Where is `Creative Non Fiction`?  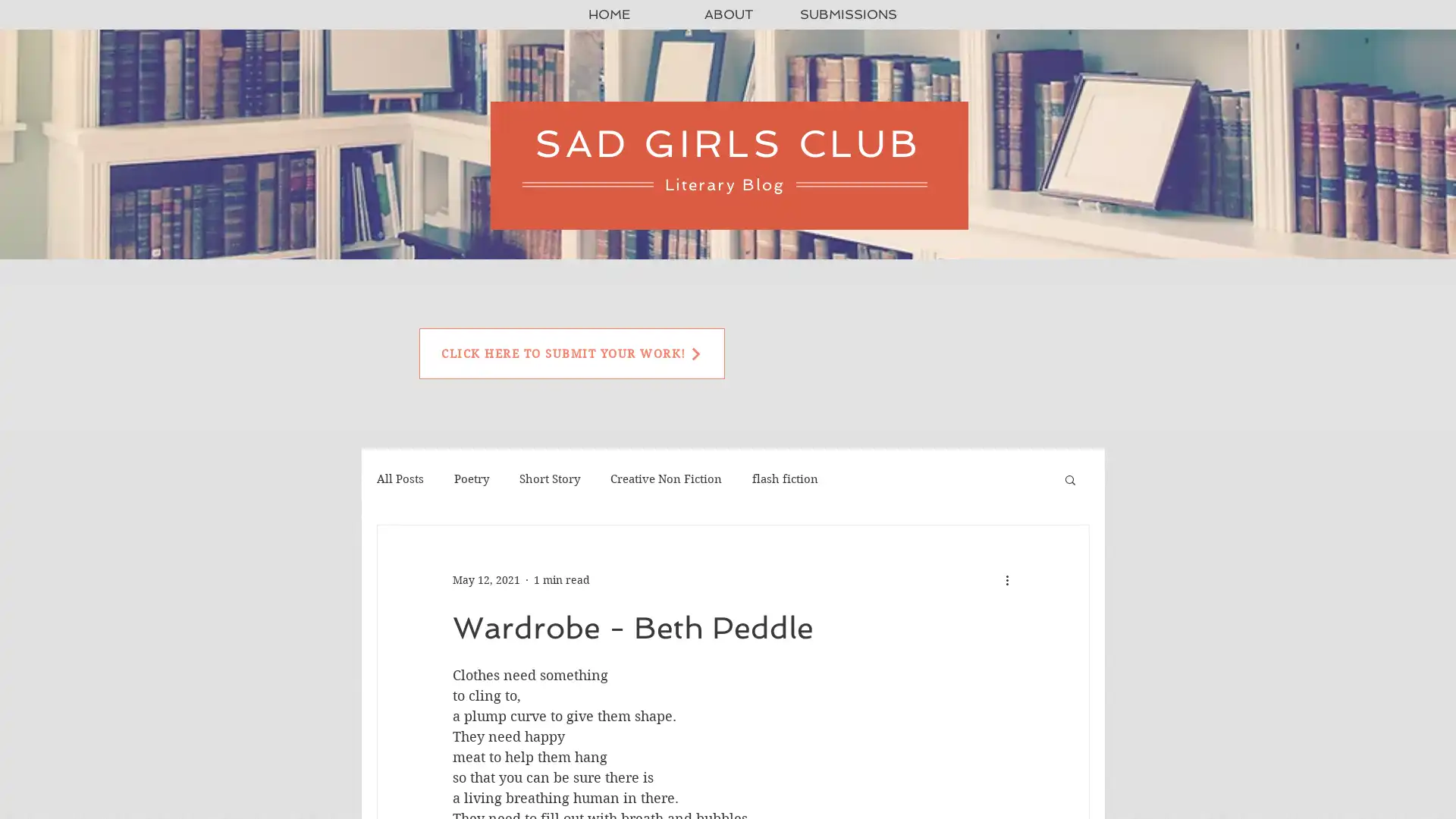 Creative Non Fiction is located at coordinates (666, 479).